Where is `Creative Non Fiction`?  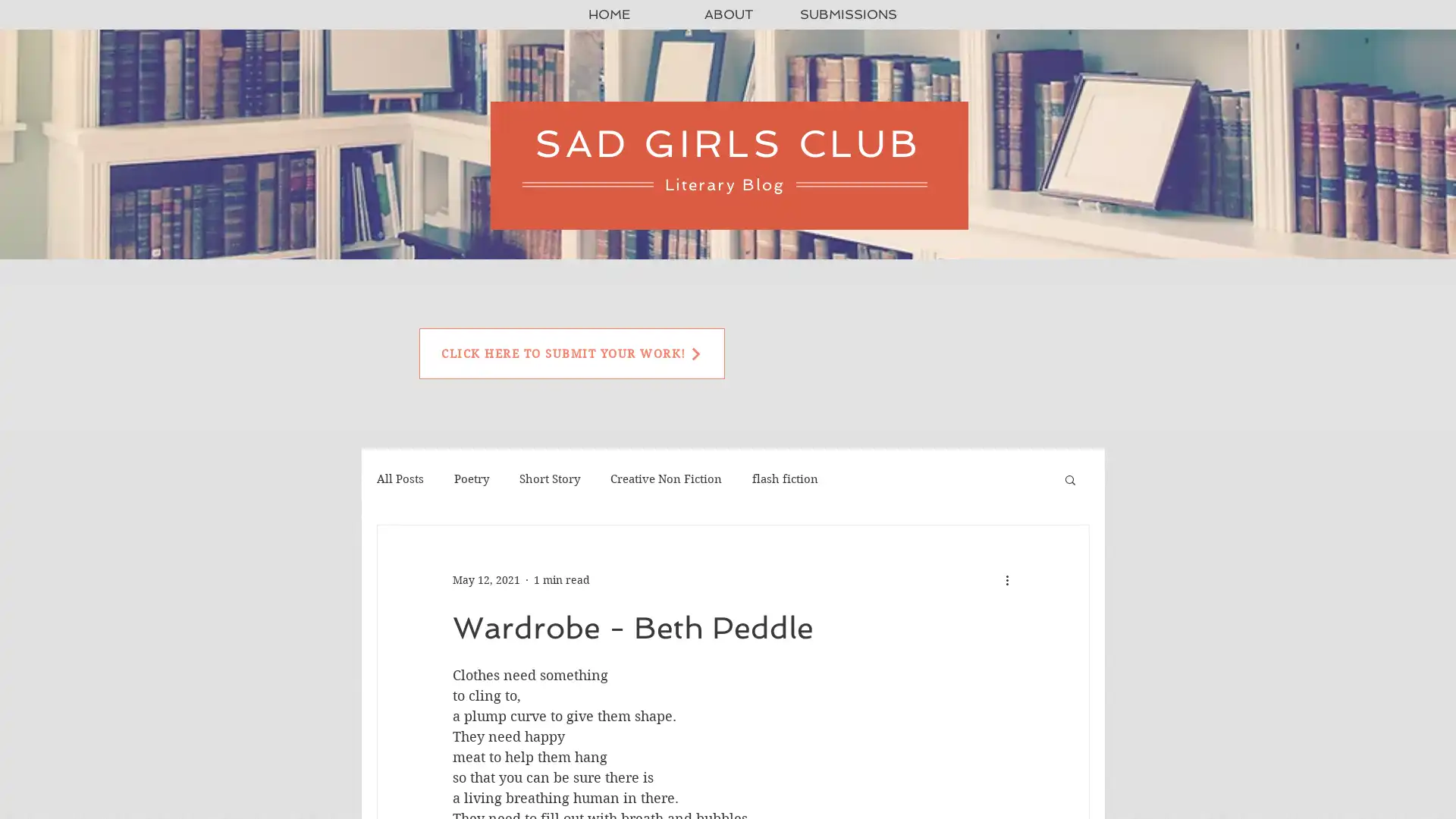 Creative Non Fiction is located at coordinates (666, 479).